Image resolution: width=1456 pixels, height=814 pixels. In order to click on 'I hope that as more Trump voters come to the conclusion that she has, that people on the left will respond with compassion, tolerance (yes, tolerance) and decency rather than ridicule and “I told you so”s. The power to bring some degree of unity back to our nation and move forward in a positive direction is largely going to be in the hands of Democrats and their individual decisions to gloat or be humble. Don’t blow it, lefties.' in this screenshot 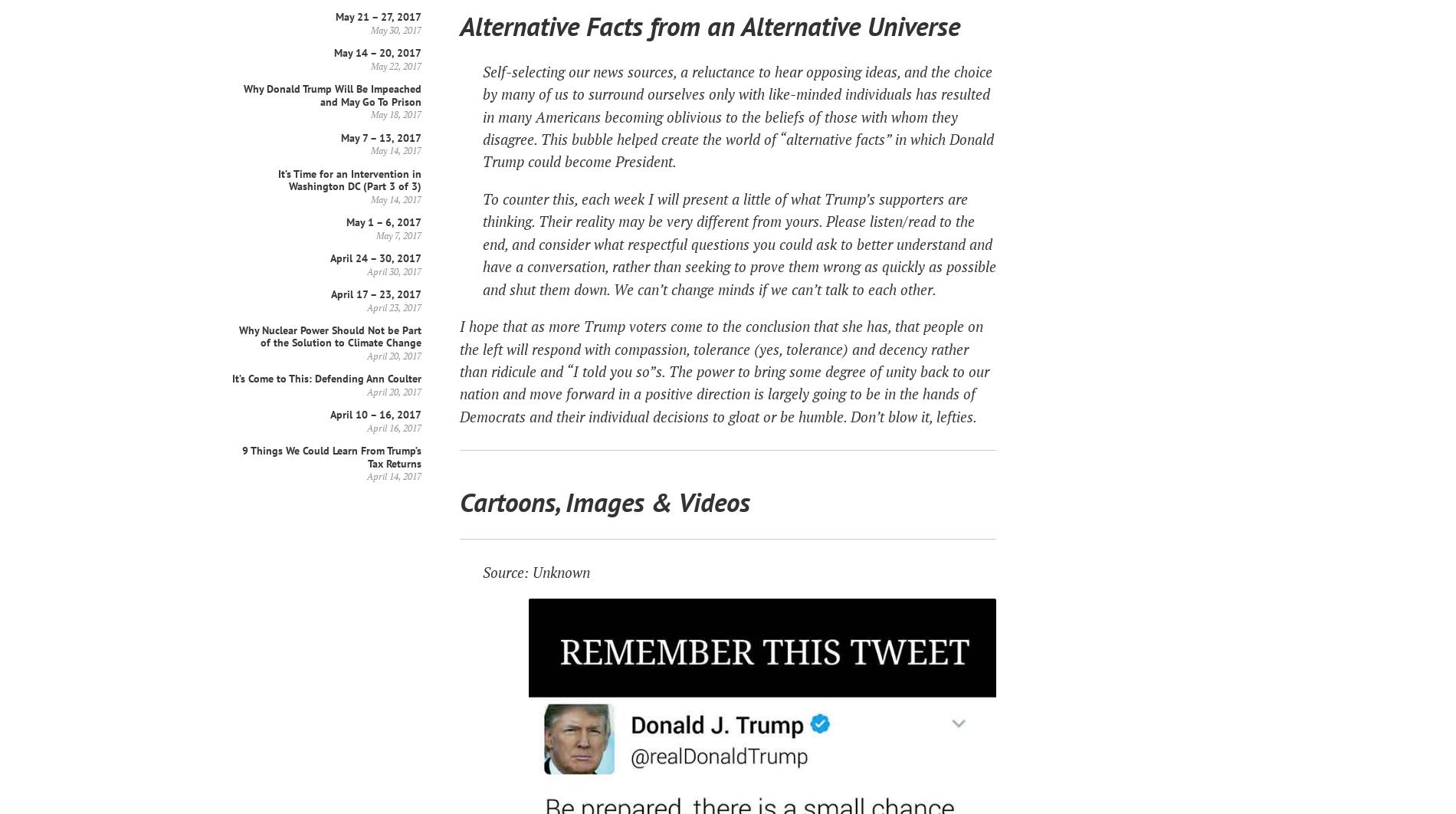, I will do `click(723, 369)`.